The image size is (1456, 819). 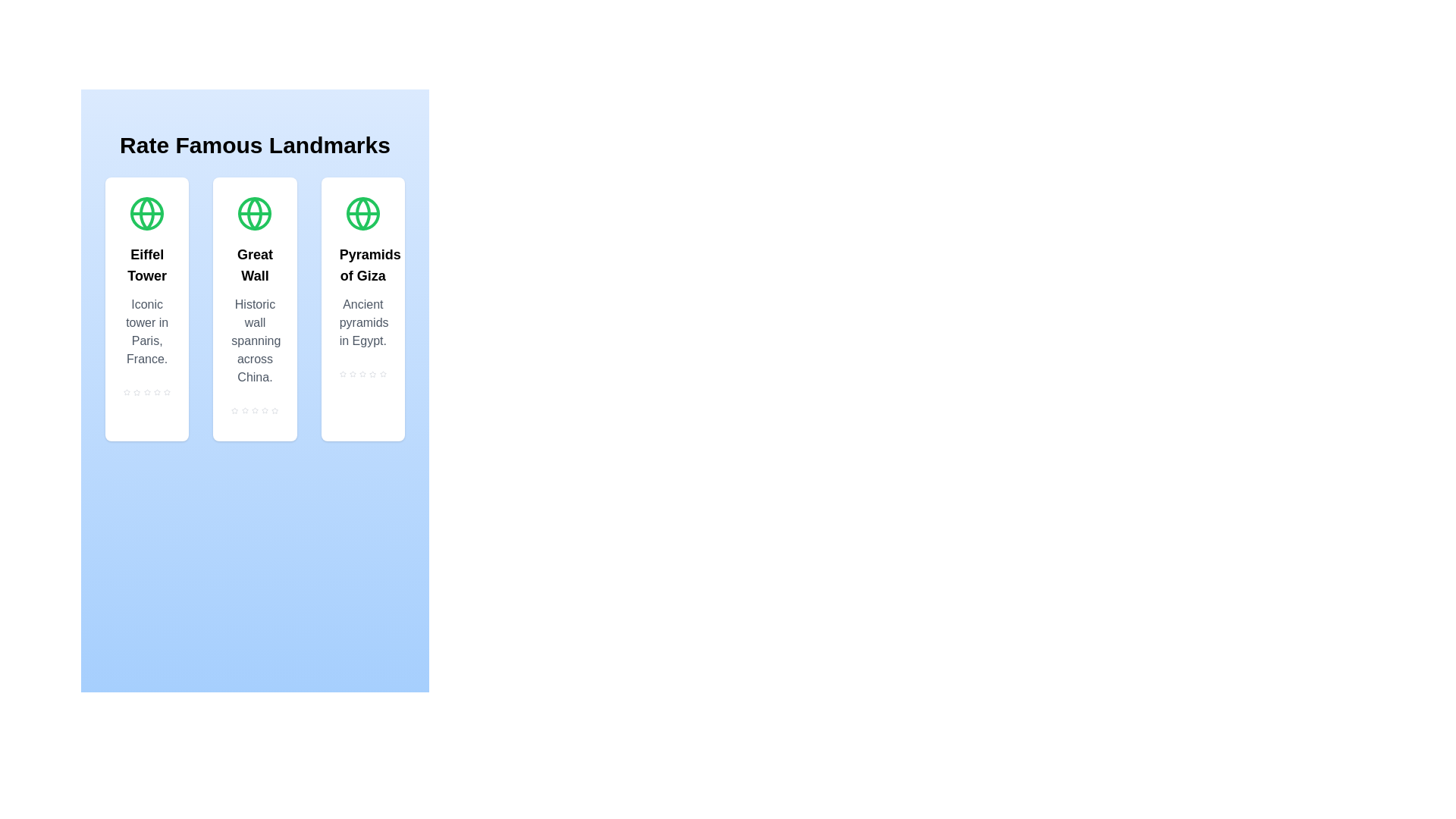 What do you see at coordinates (255, 309) in the screenshot?
I see `the landmark card for Great Wall to view its hover effect` at bounding box center [255, 309].